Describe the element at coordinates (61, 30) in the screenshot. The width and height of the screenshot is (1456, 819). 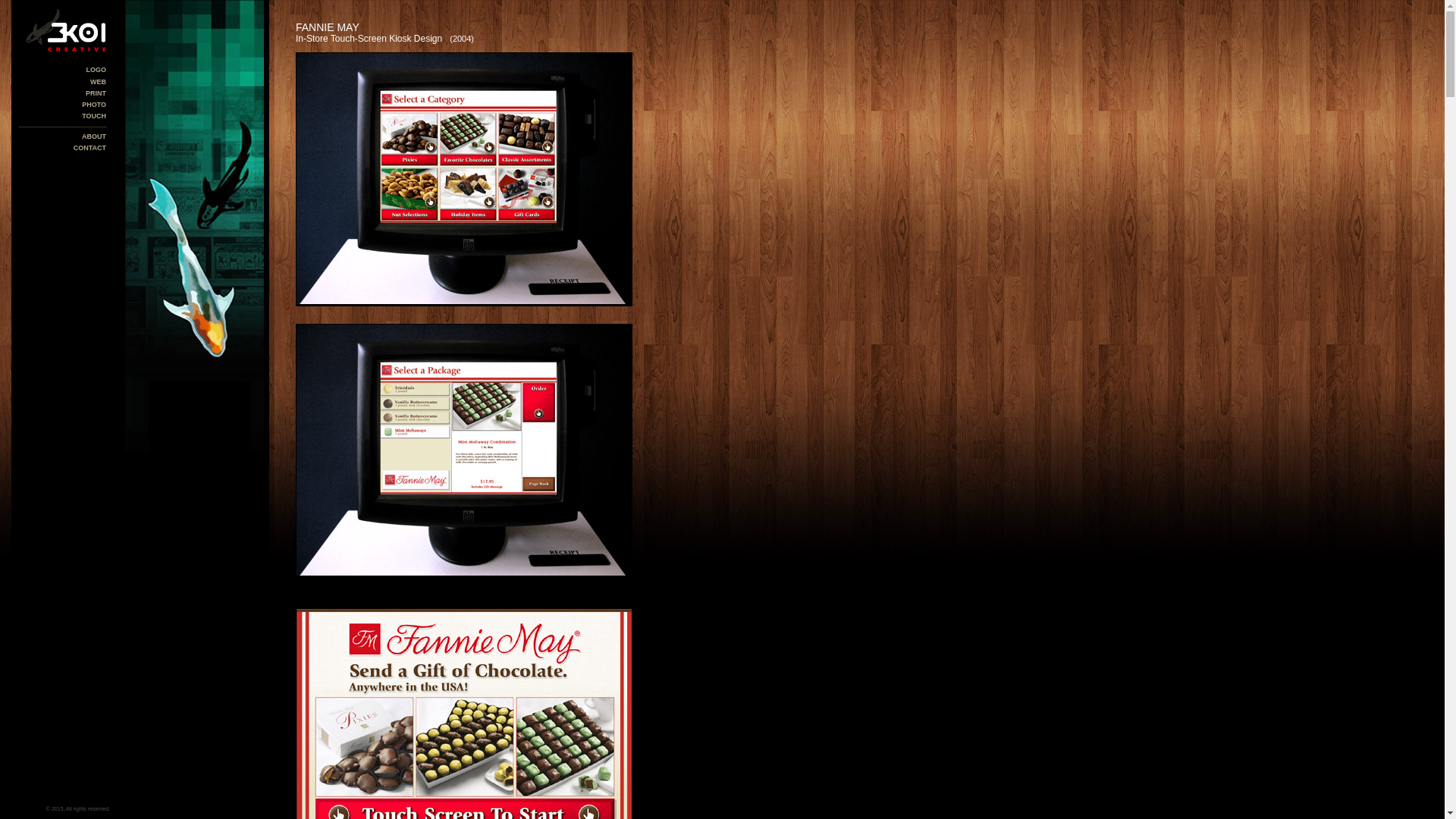
I see `'Creative Design Solutions'` at that location.